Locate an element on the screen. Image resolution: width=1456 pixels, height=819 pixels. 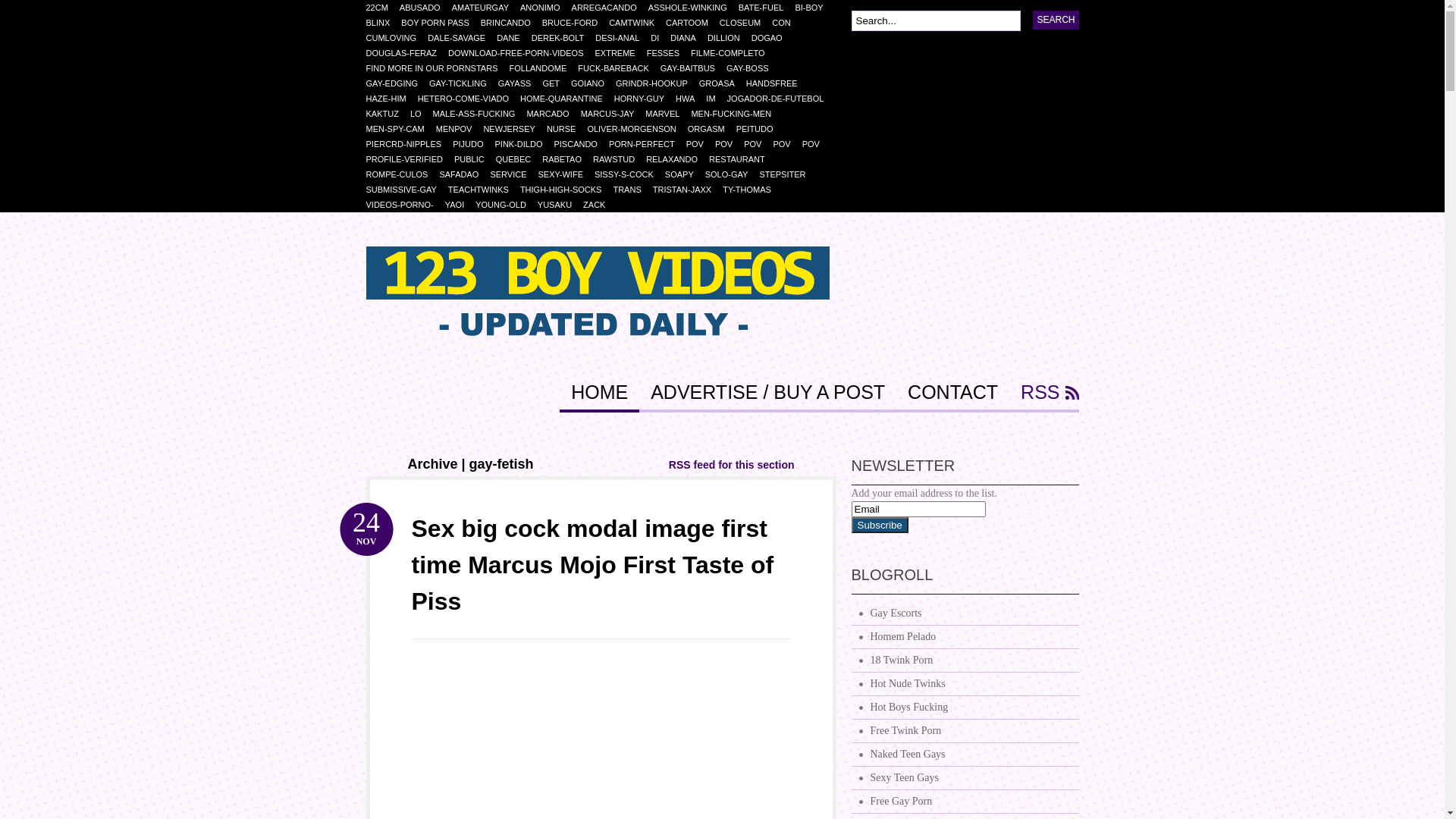
'LO' is located at coordinates (422, 113).